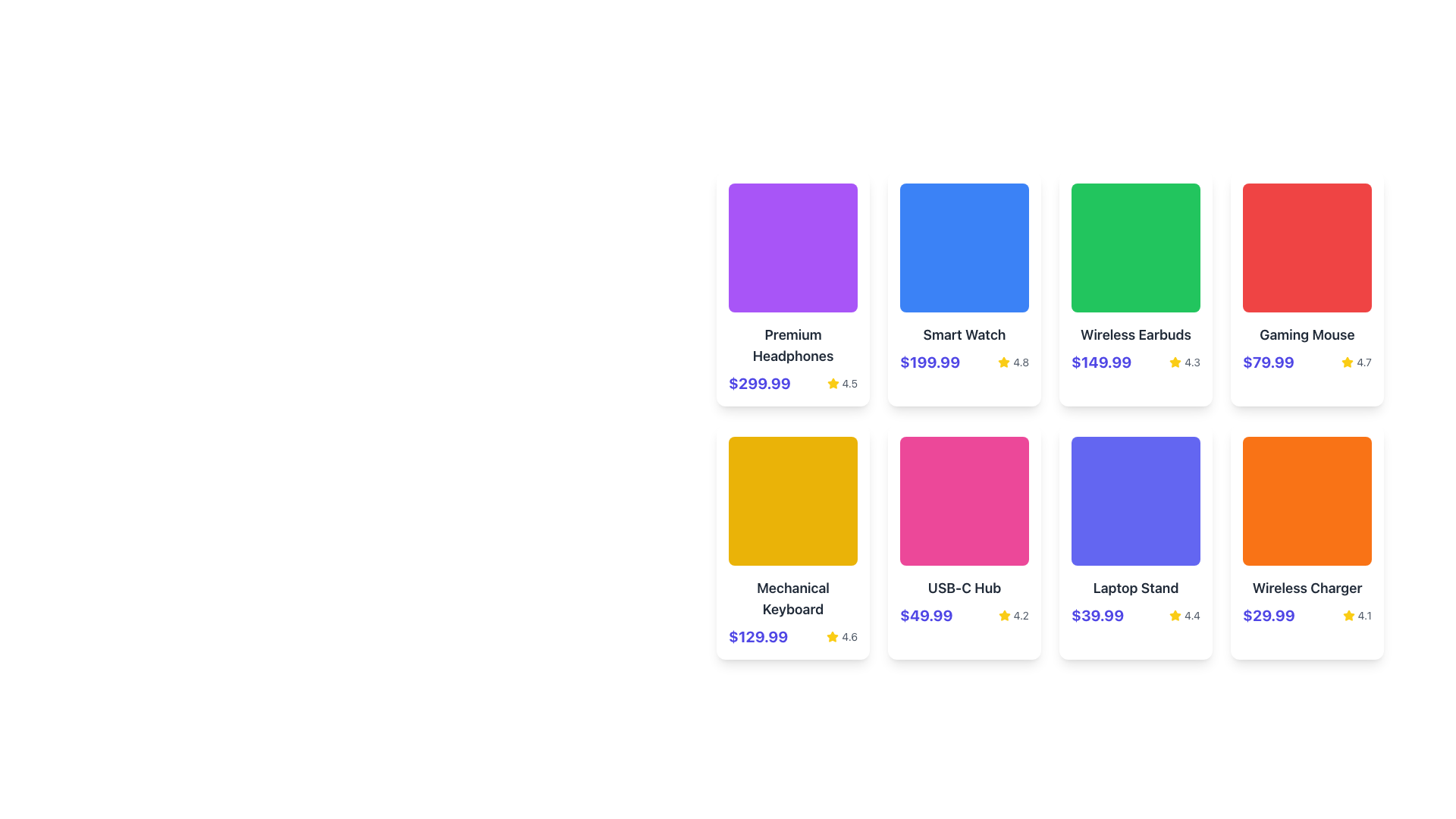 Image resolution: width=1456 pixels, height=819 pixels. Describe the element at coordinates (1175, 616) in the screenshot. I see `the star icon representing the product rating of '4.4' located below the 'Laptop Stand' title and price '$39.99' in the product card` at that location.